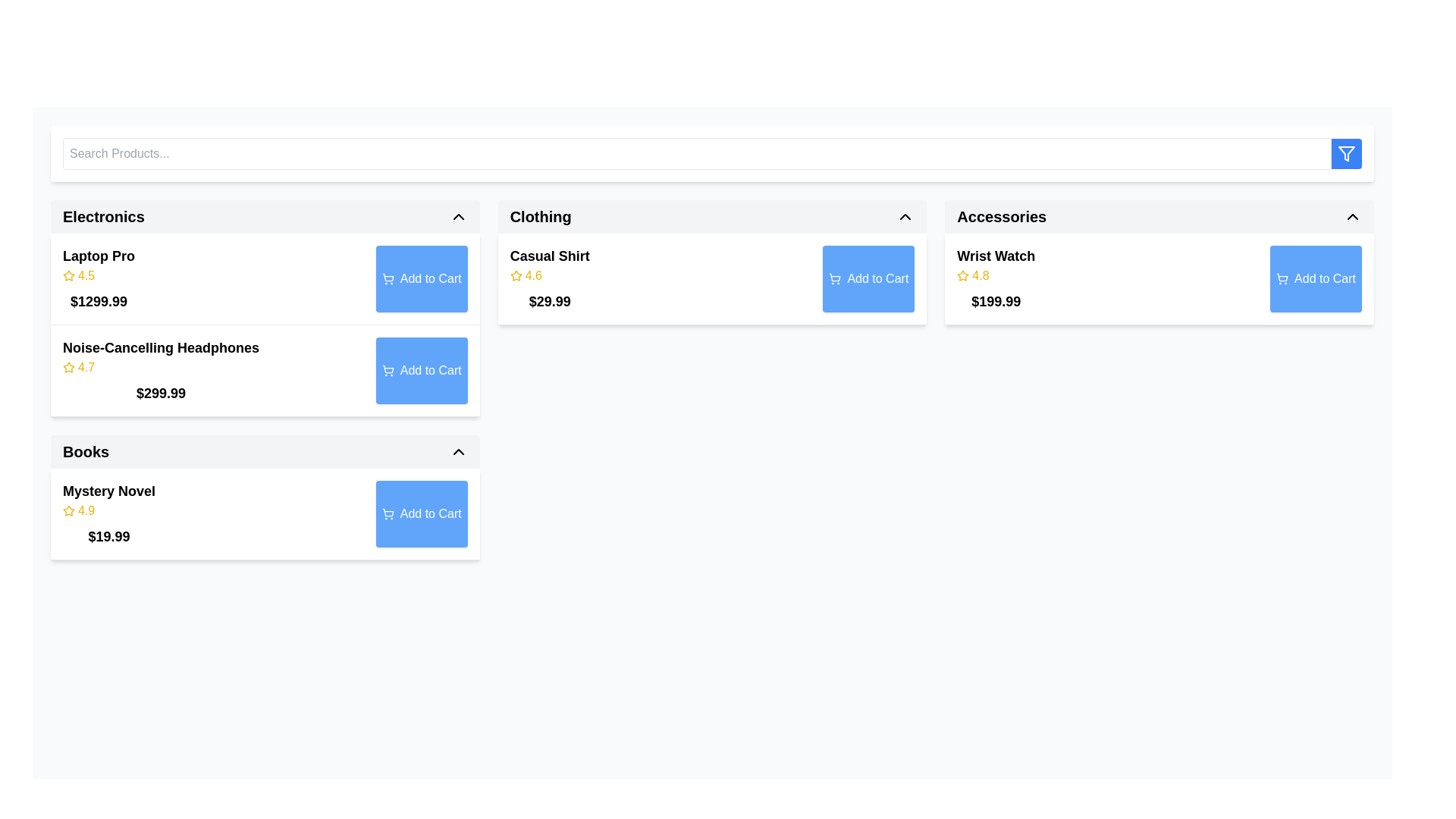 The height and width of the screenshot is (819, 1456). Describe the element at coordinates (68, 367) in the screenshot. I see `the star-shaped icon outlined in yellow that represents a rating of '4.7' for the Noise-Cancelling Headphones in the Electronics section` at that location.